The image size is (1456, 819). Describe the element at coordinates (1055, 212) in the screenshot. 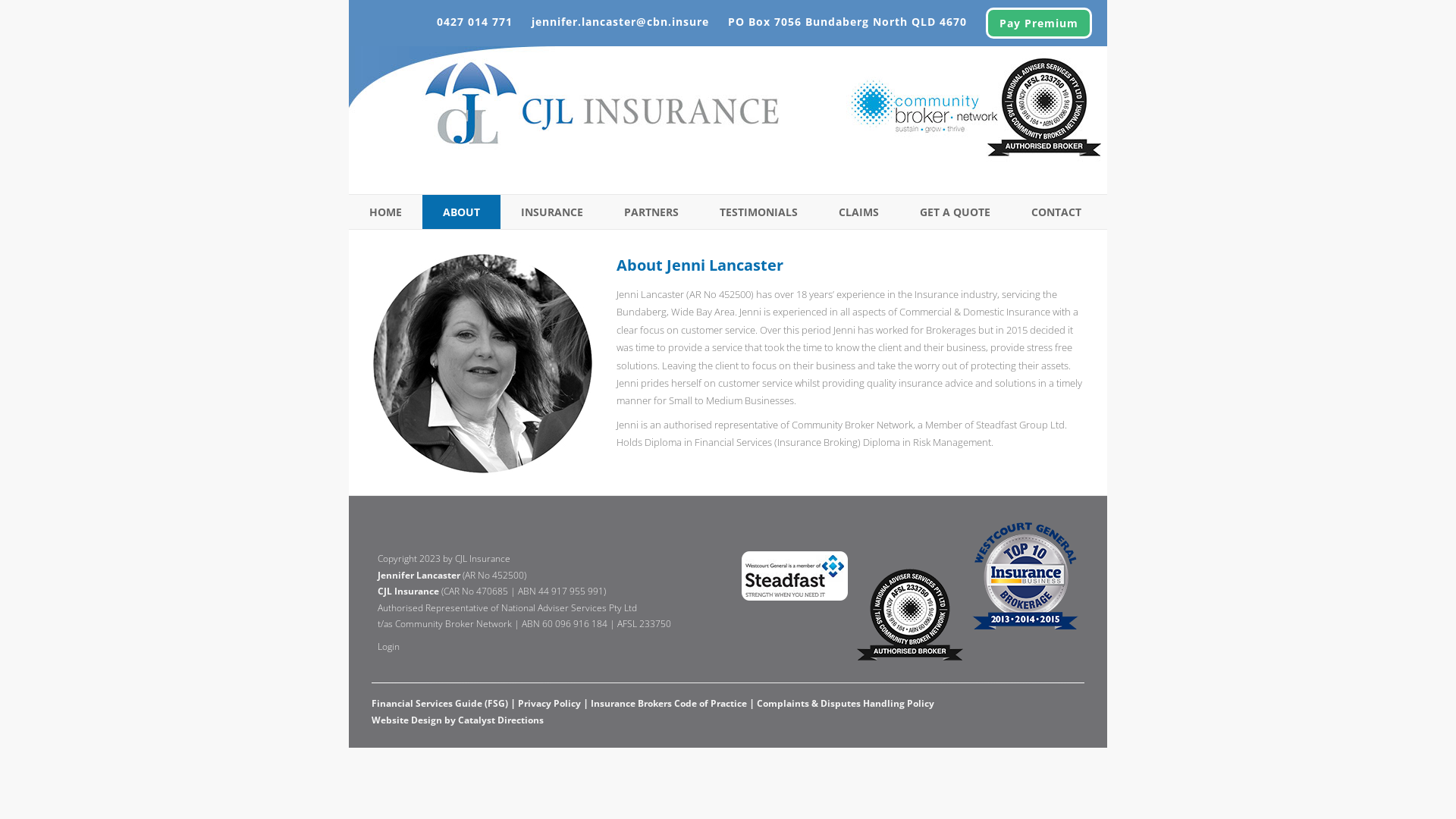

I see `'CONTACT'` at that location.